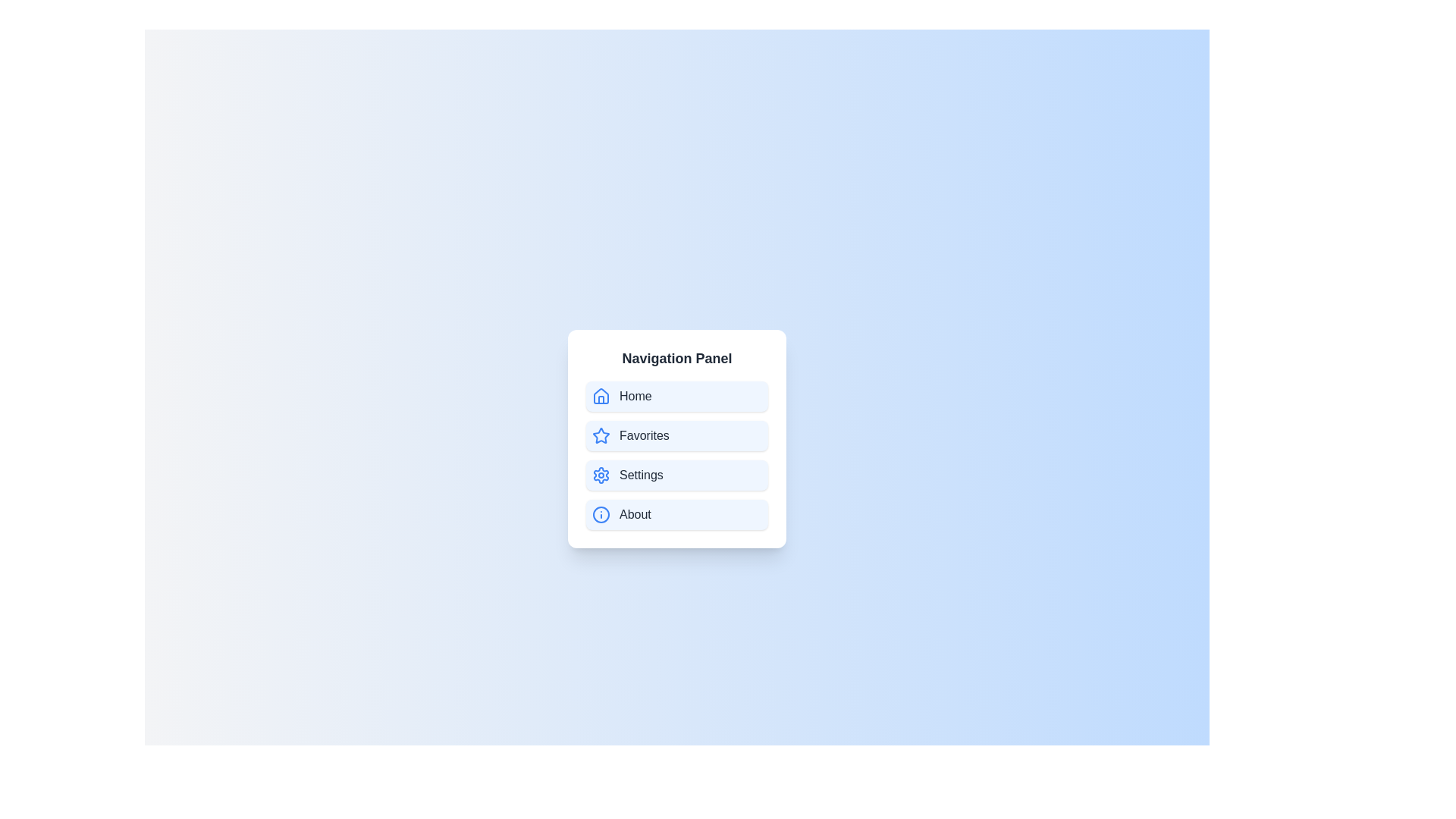 The width and height of the screenshot is (1456, 819). Describe the element at coordinates (676, 359) in the screenshot. I see `the bold textual label 'Navigation Panel' at the top of the navigation menu, which is styled with large font and dark gray coloring` at that location.